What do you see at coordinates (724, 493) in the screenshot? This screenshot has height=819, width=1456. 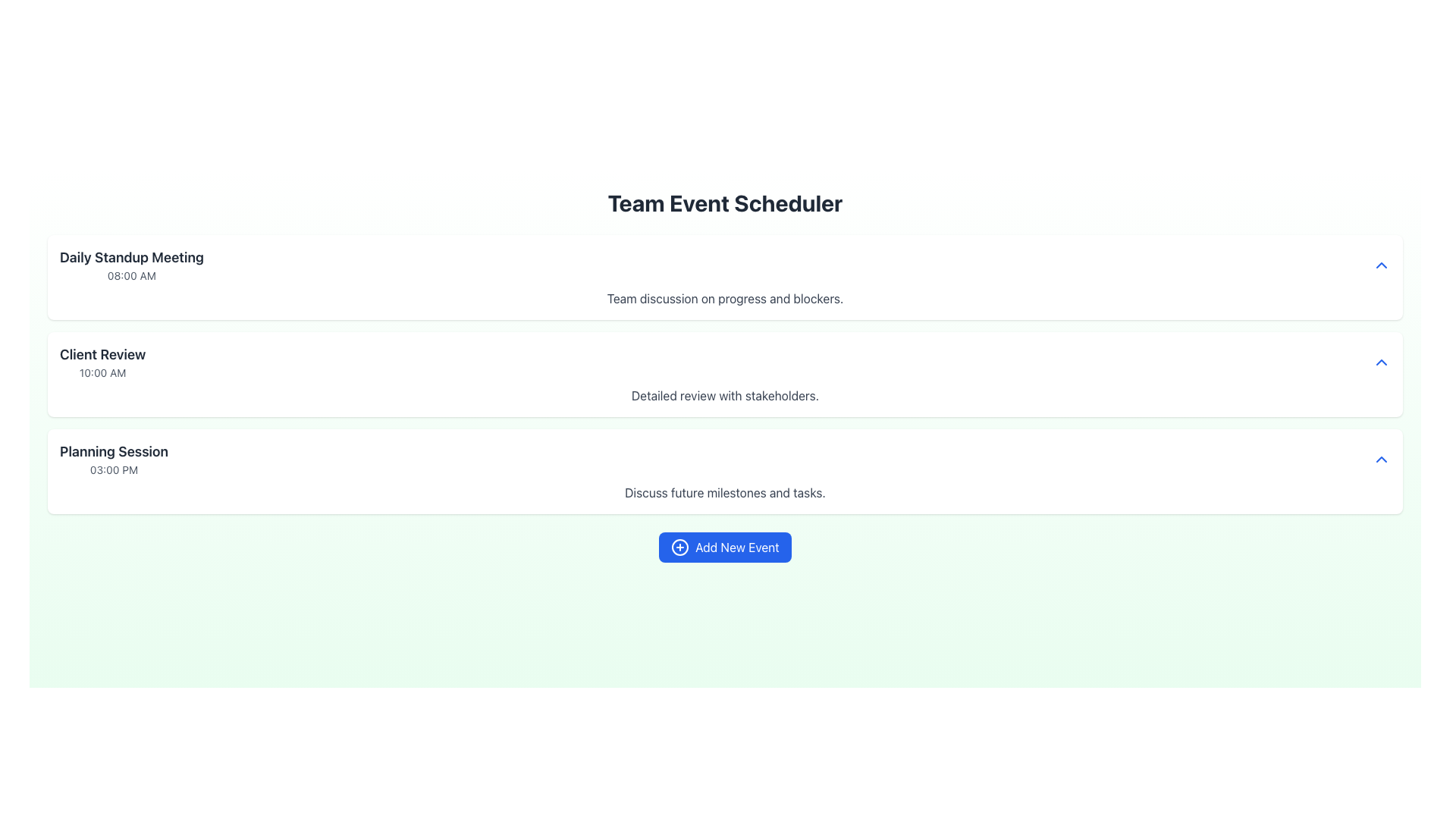 I see `the descriptive text label providing details about the associated 'Planning Session' event, located below the heading 'Planning Session' and its time label '03:00 PM'` at bounding box center [724, 493].